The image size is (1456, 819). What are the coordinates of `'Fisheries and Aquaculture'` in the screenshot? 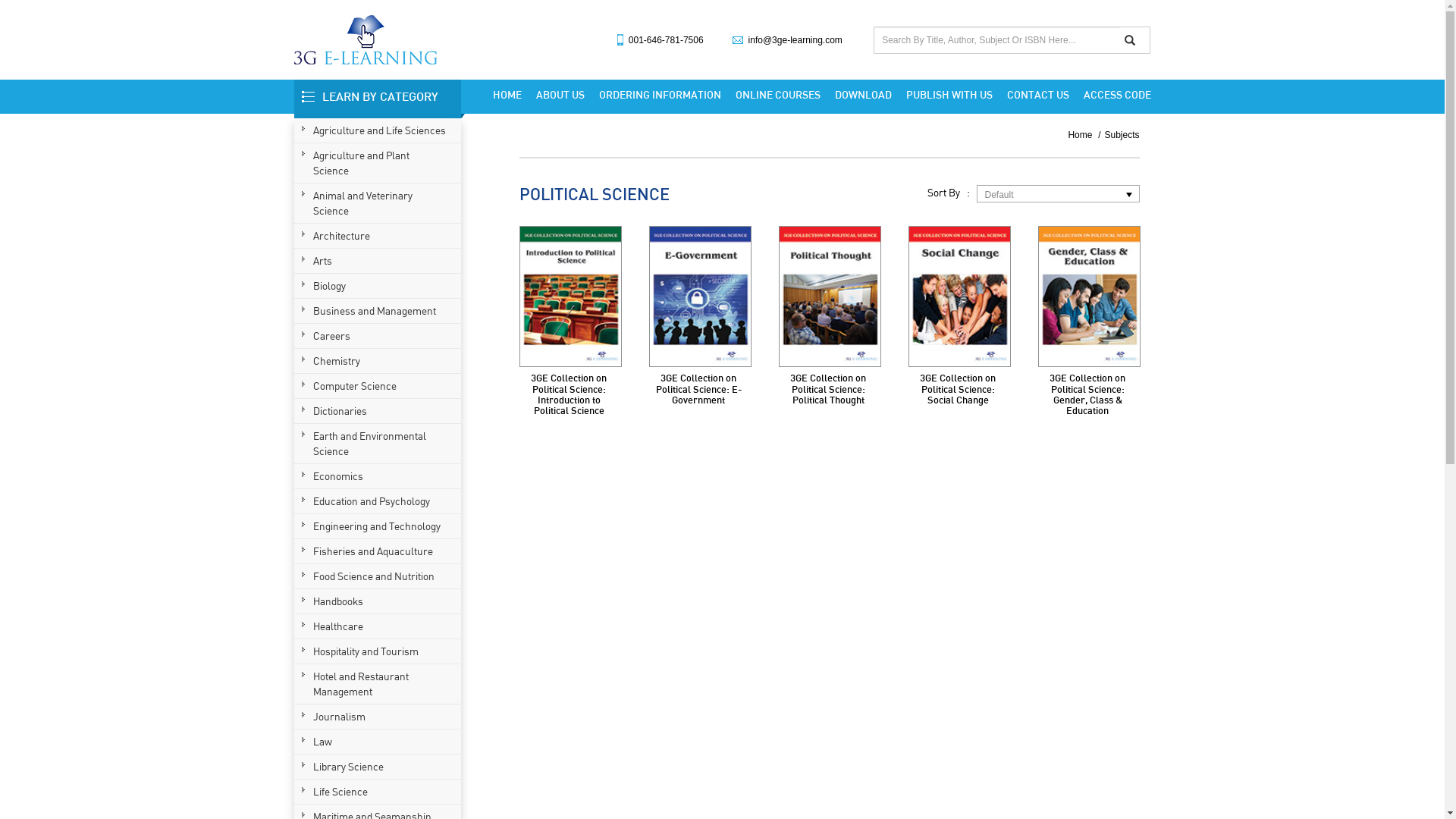 It's located at (378, 551).